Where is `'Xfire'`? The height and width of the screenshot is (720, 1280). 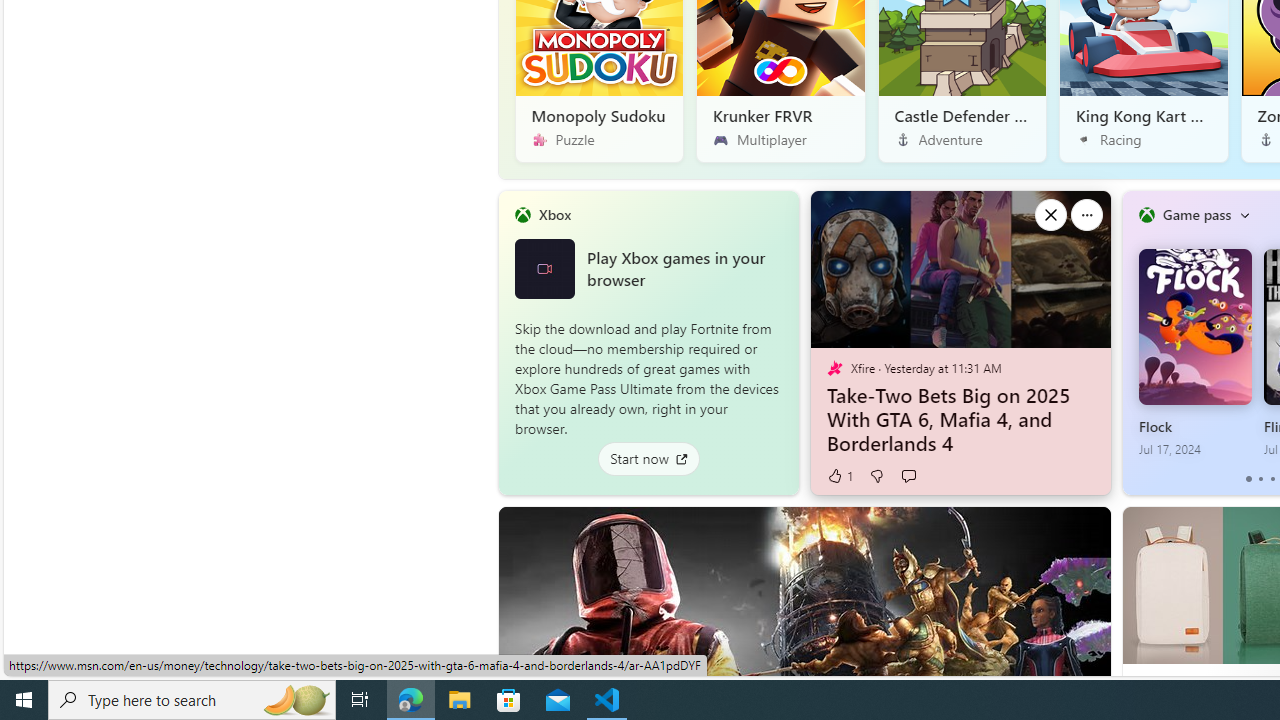
'Xfire' is located at coordinates (834, 367).